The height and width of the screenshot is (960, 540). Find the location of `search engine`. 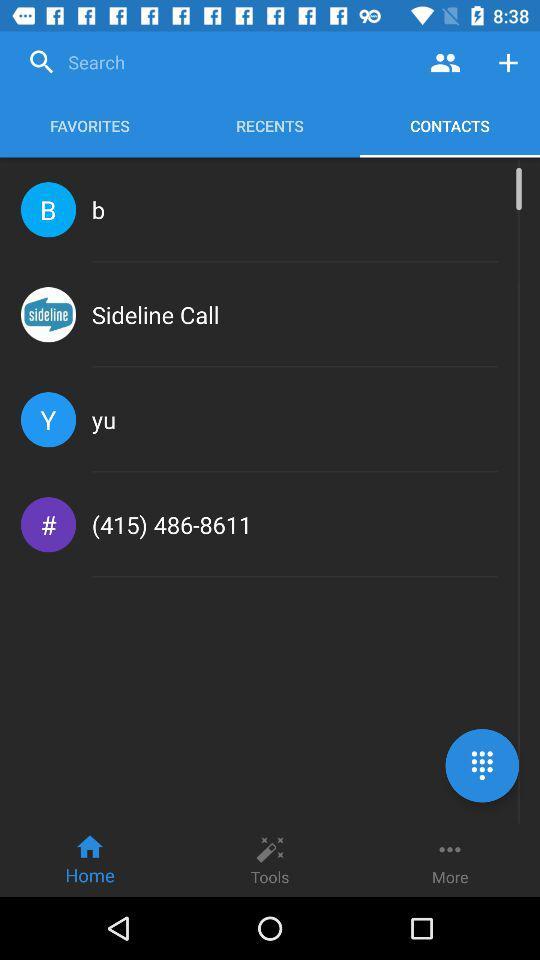

search engine is located at coordinates (216, 62).